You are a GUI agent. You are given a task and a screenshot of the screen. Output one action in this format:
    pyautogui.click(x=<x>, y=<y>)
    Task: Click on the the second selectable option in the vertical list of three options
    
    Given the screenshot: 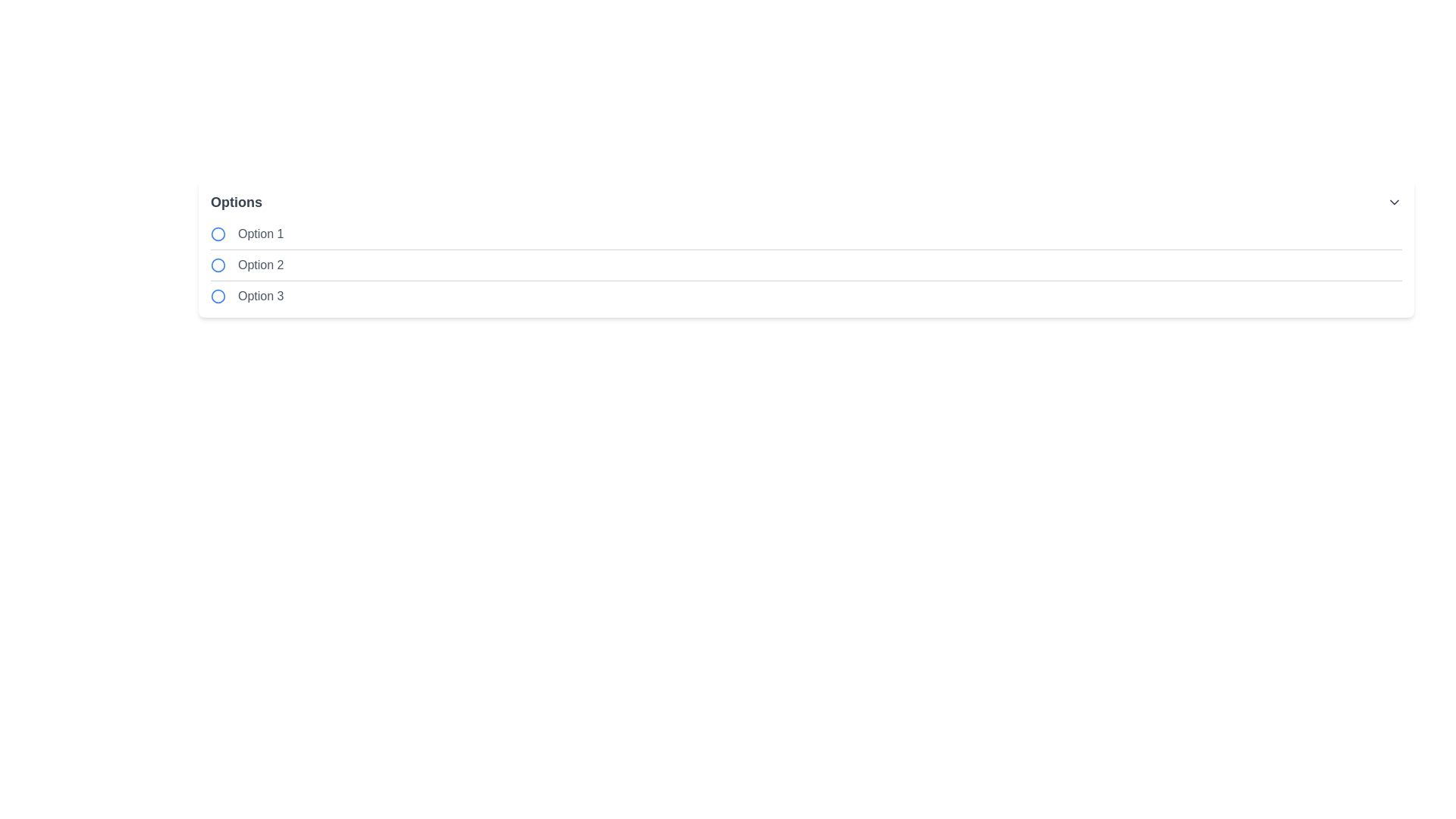 What is the action you would take?
    pyautogui.click(x=805, y=265)
    